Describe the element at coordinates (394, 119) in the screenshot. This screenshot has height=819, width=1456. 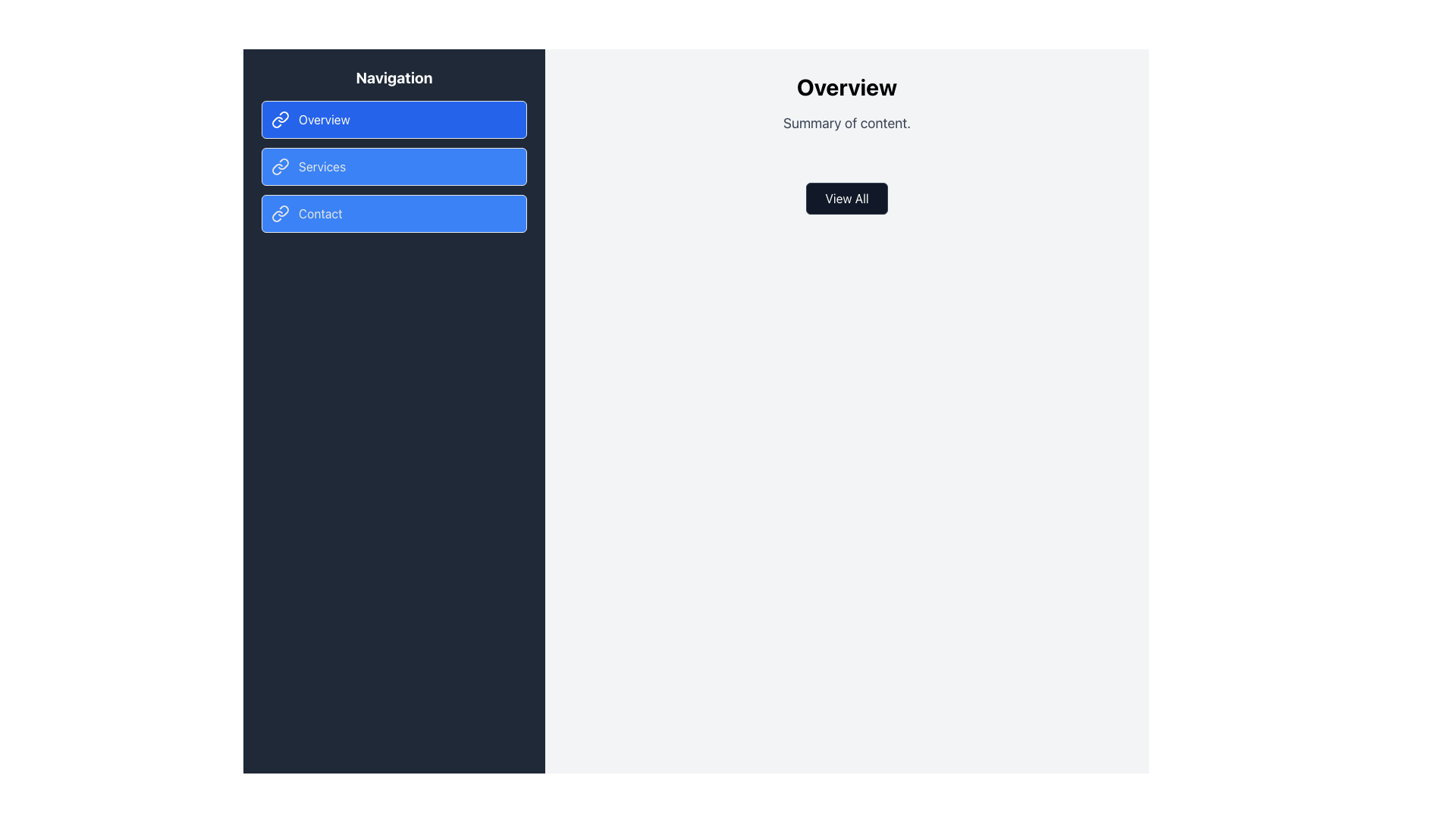
I see `the navigation button located at the top of the left side navigation panel, which redirects to the overview page` at that location.